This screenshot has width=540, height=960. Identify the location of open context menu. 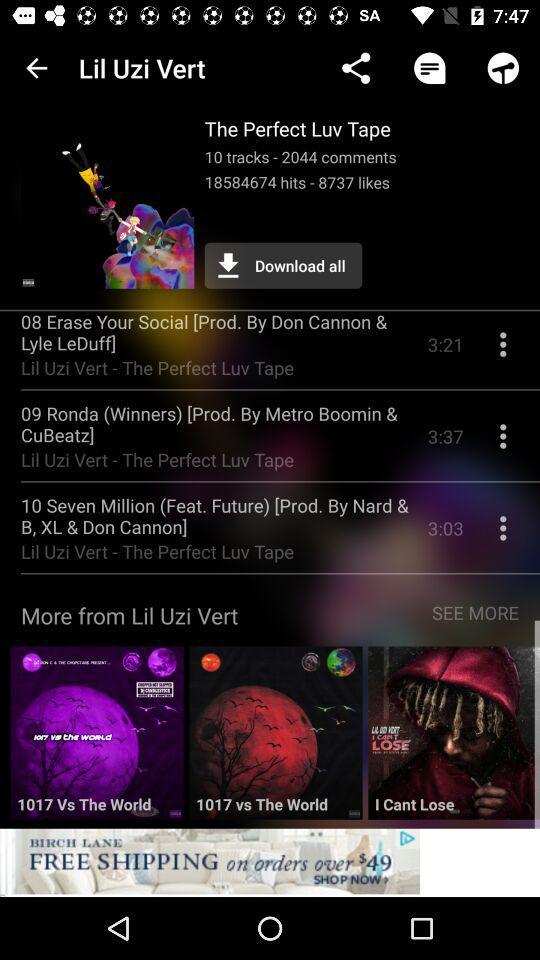
(502, 444).